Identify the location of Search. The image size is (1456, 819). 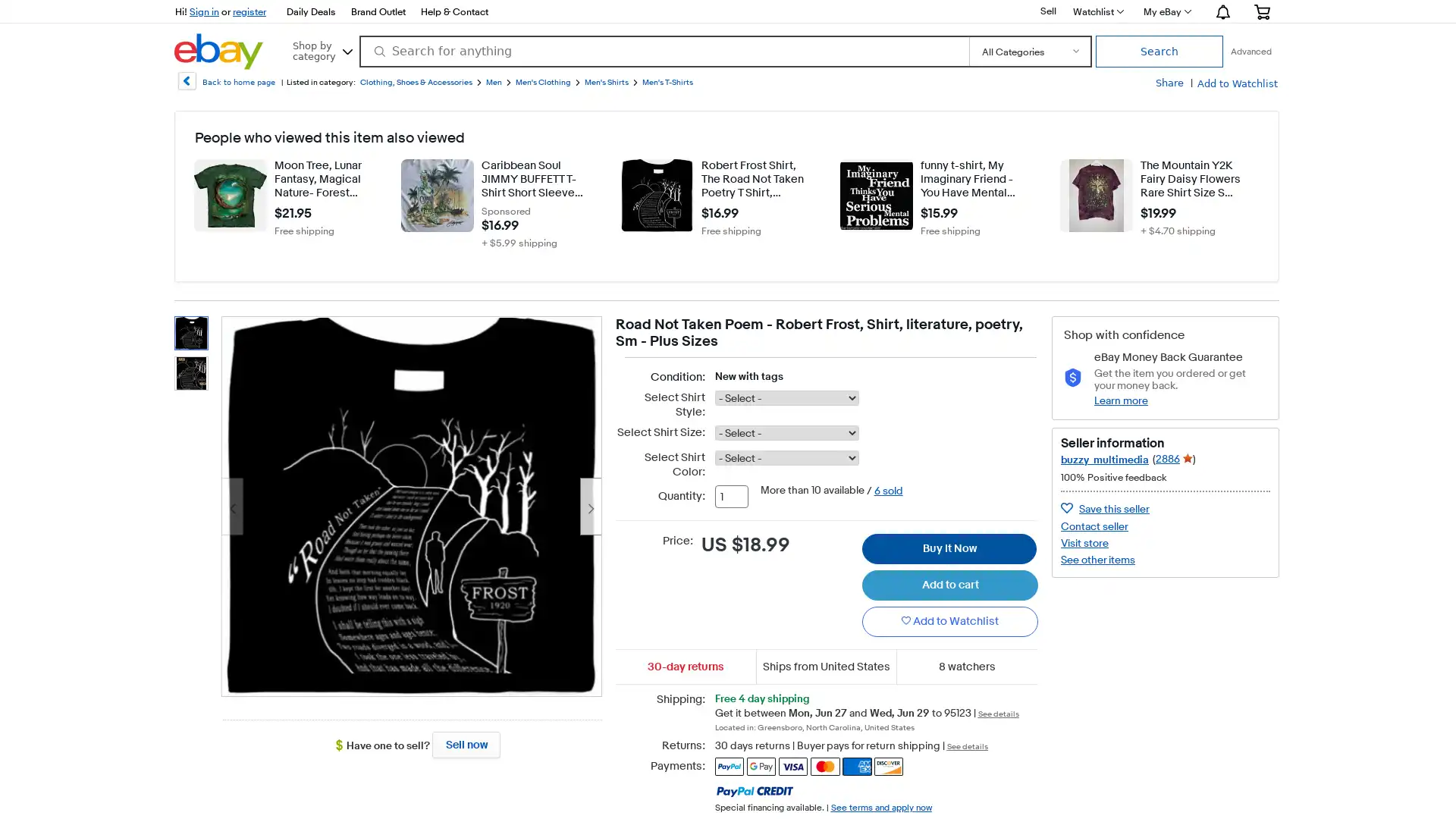
(1157, 51).